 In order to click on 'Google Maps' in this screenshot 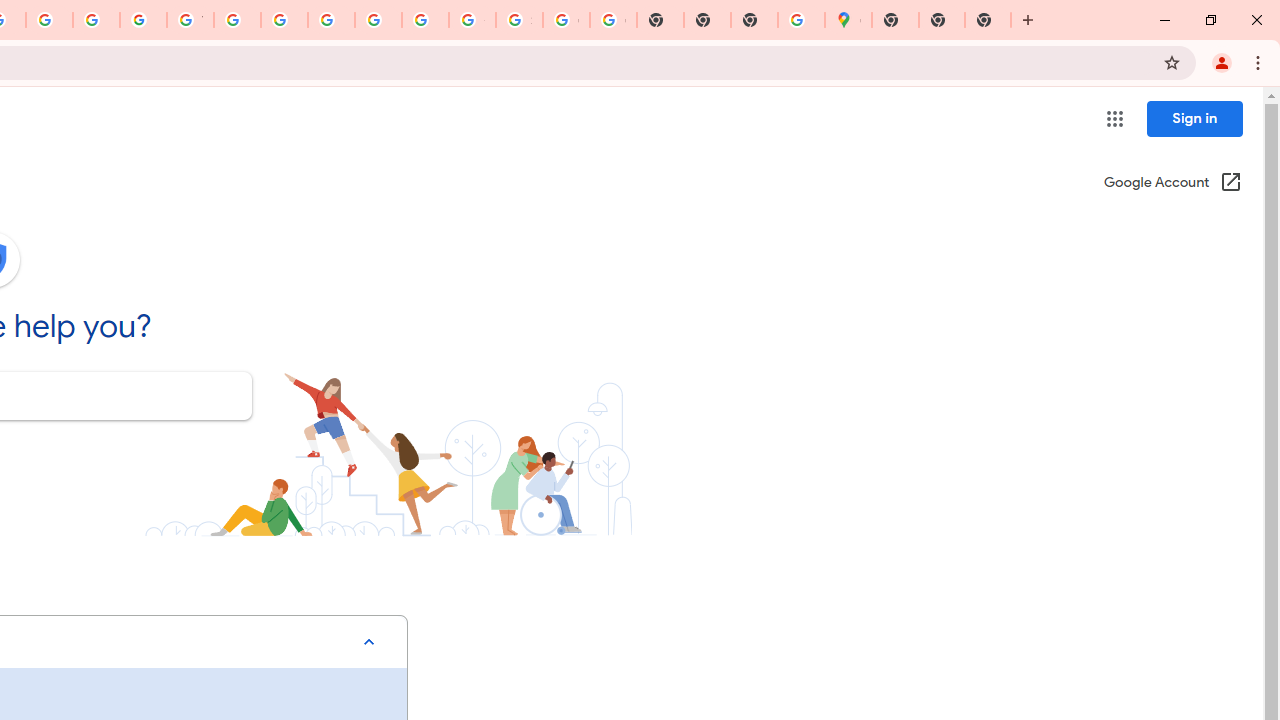, I will do `click(848, 20)`.